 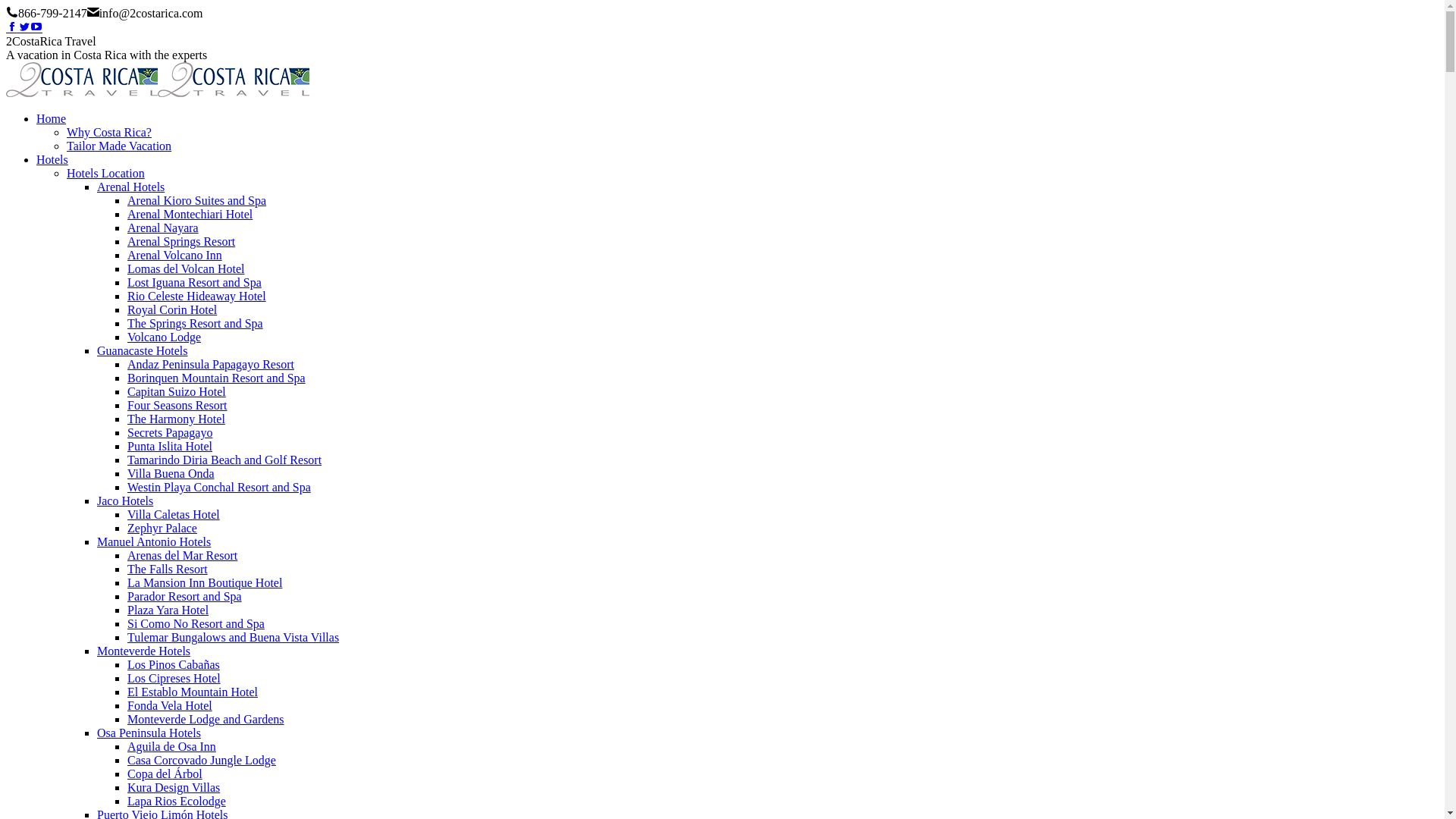 What do you see at coordinates (143, 650) in the screenshot?
I see `'Monteverde Hotels'` at bounding box center [143, 650].